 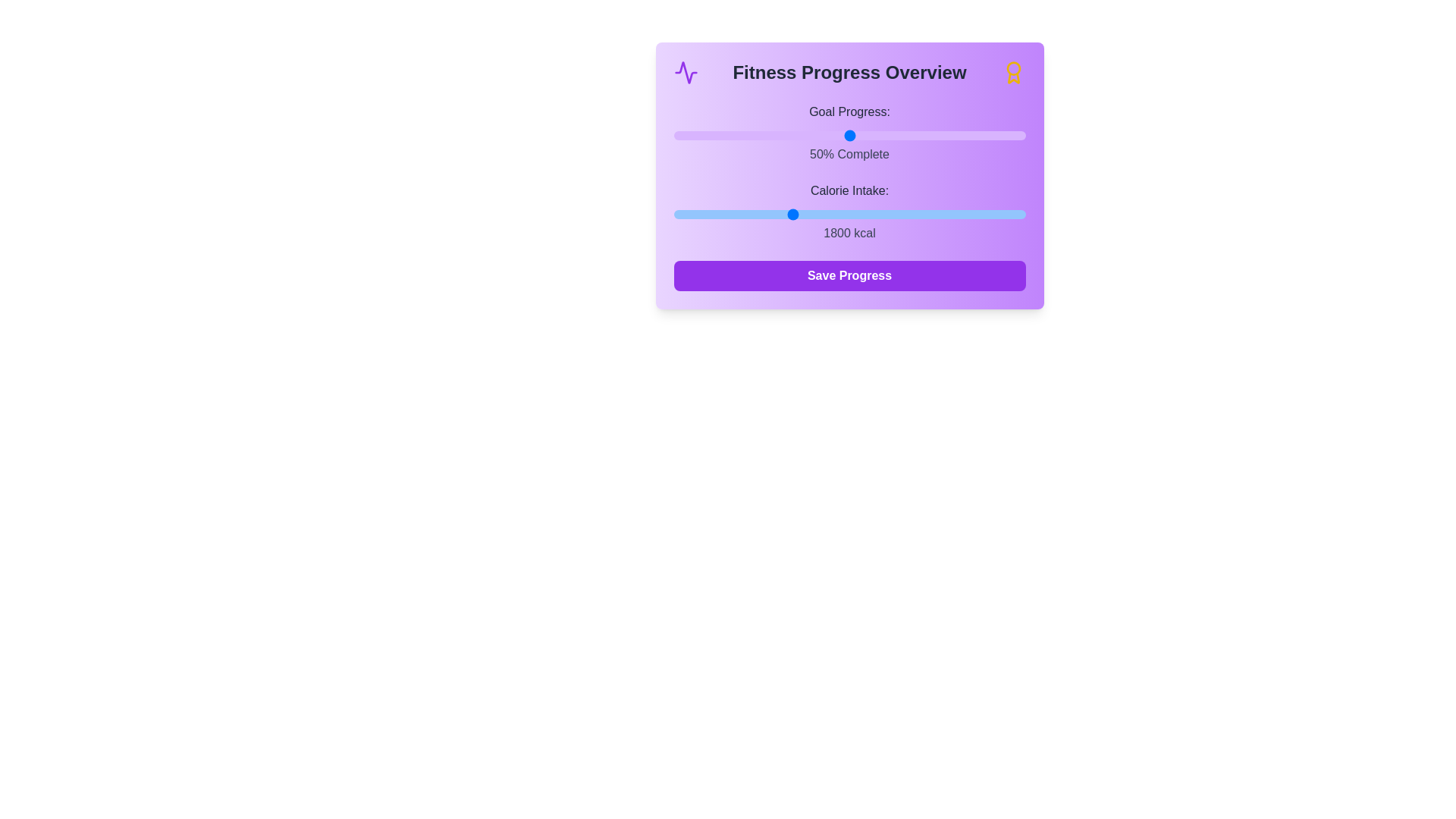 What do you see at coordinates (849, 111) in the screenshot?
I see `the 'Goal Progress:' label, which is styled with a bold medium-sized font and located in a purple gradient background, directly below the title 'Fitness Progress Overview'` at bounding box center [849, 111].